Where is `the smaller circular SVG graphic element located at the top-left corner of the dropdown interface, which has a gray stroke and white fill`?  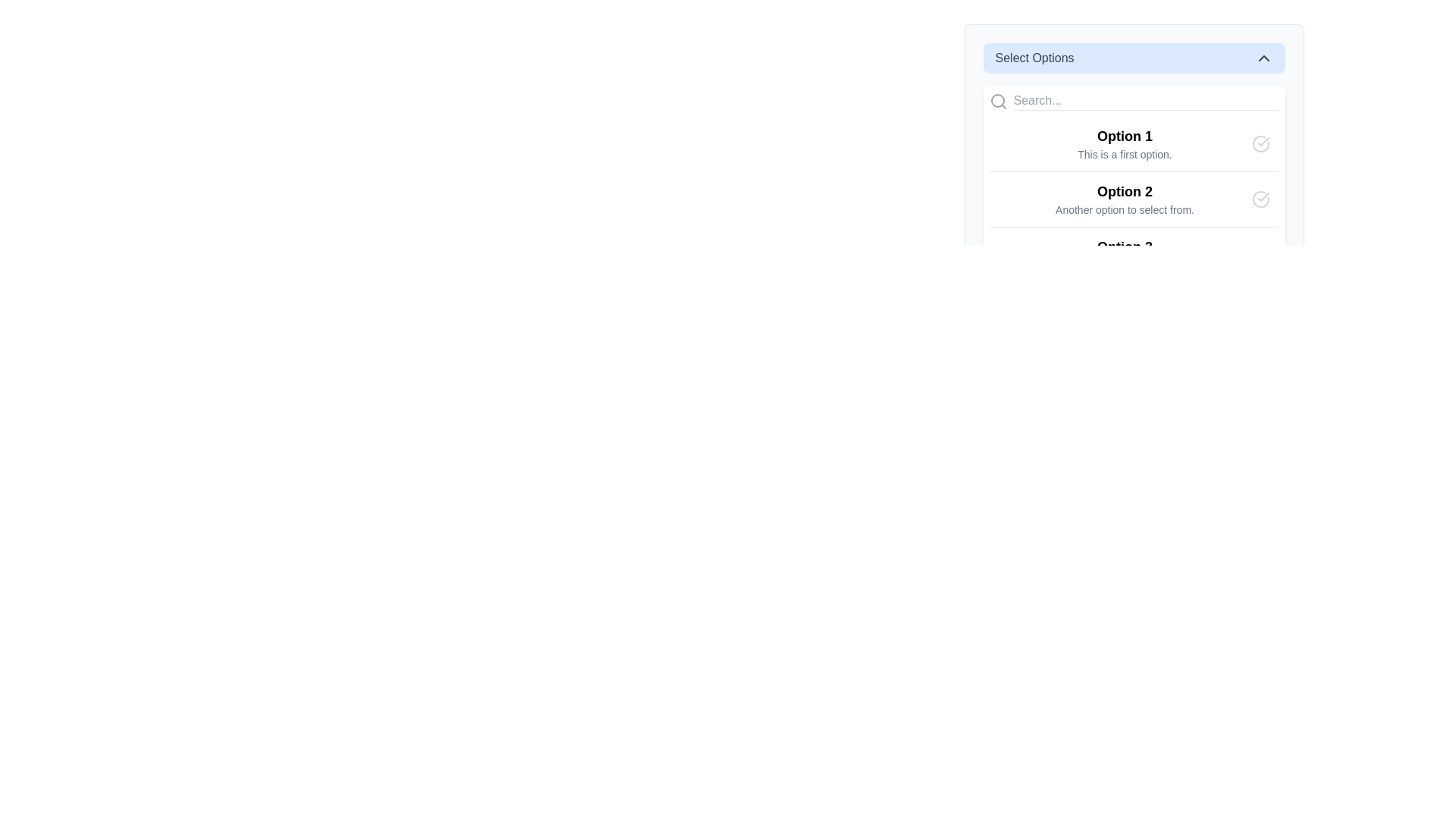
the smaller circular SVG graphic element located at the top-left corner of the dropdown interface, which has a gray stroke and white fill is located at coordinates (997, 100).